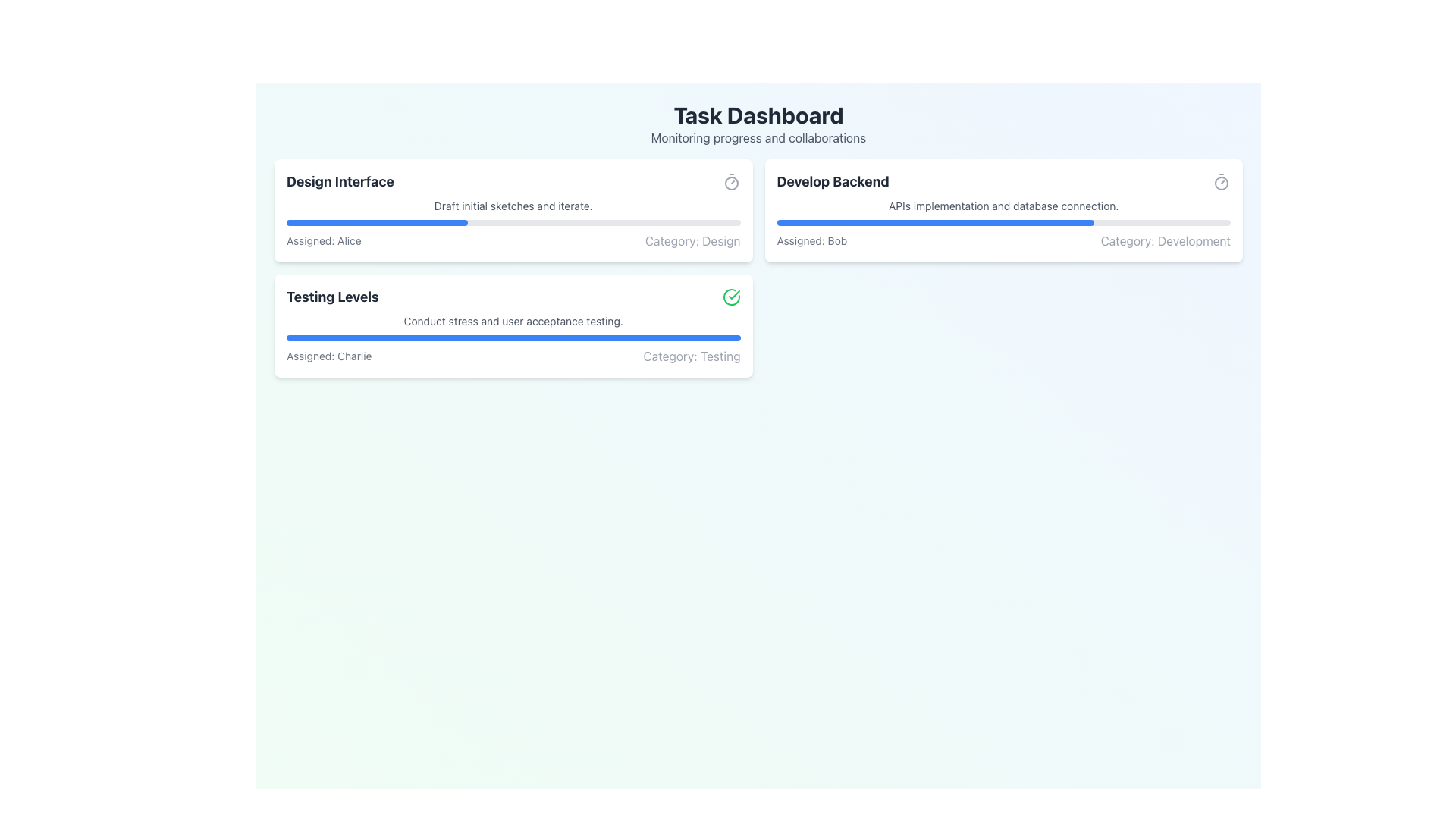 The width and height of the screenshot is (1456, 819). What do you see at coordinates (1165, 240) in the screenshot?
I see `text label indicating the category of the associated task located at the bottom-right corner of the 'Develop Backend' task card` at bounding box center [1165, 240].